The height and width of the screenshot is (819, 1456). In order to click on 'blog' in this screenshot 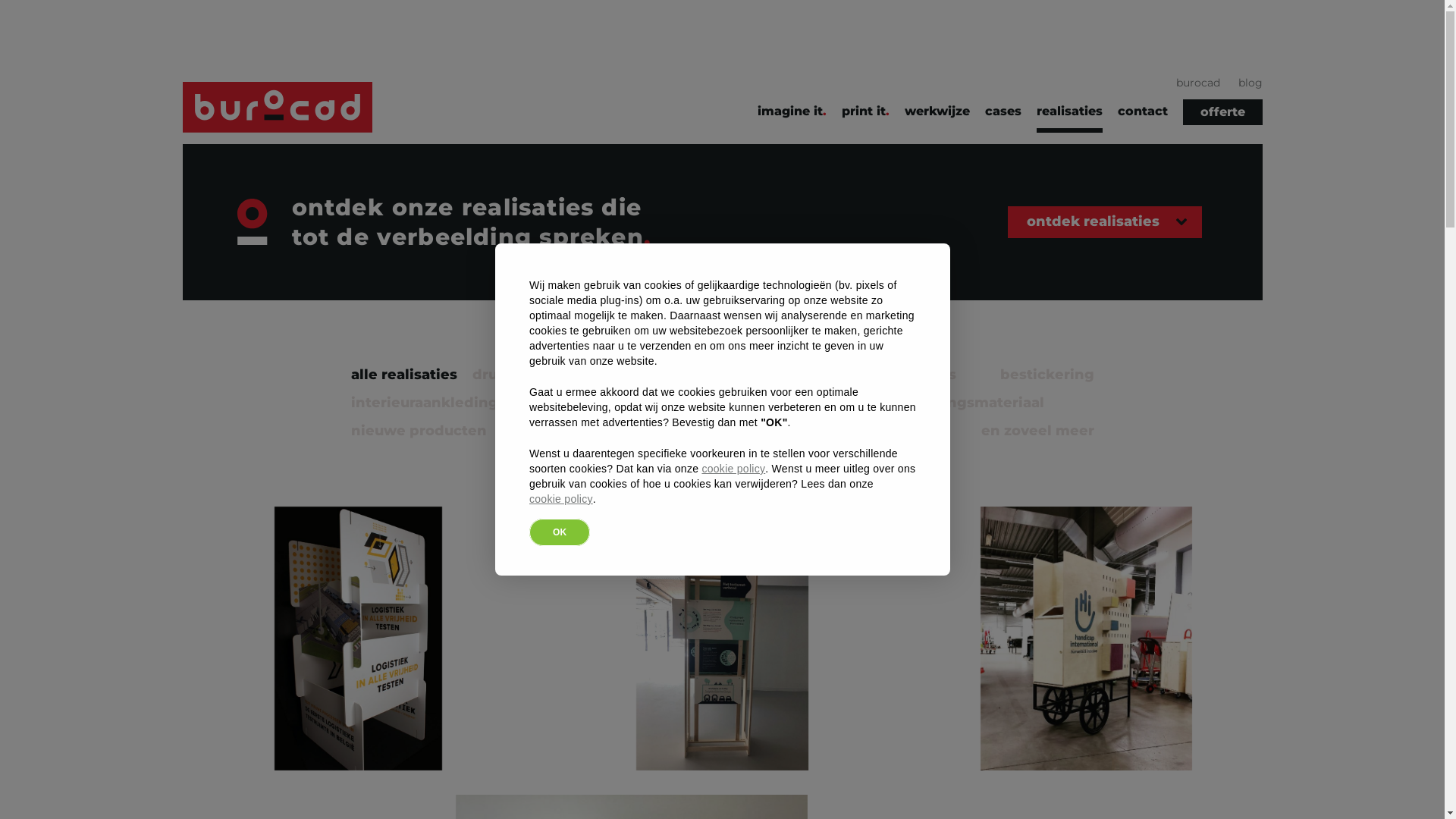, I will do `click(1249, 82)`.